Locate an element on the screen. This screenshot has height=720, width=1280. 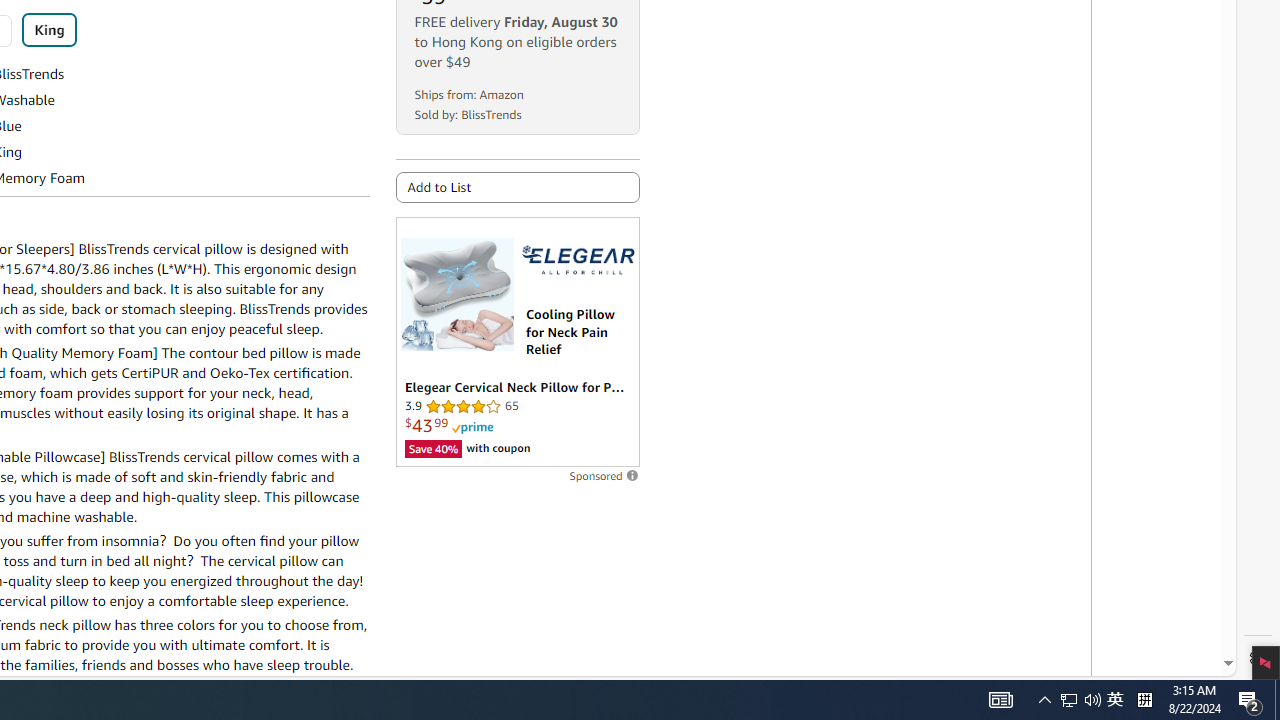
'Logo' is located at coordinates (576, 259).